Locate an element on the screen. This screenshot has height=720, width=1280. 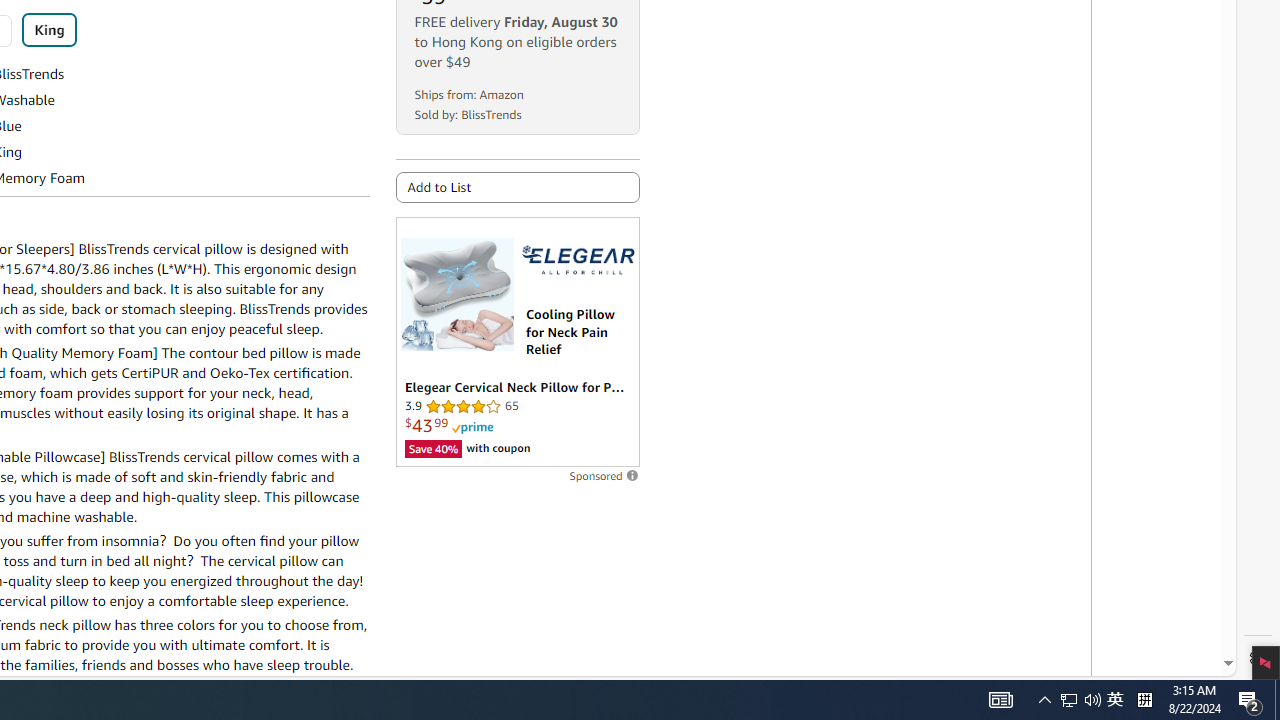
'Logo' is located at coordinates (576, 259).